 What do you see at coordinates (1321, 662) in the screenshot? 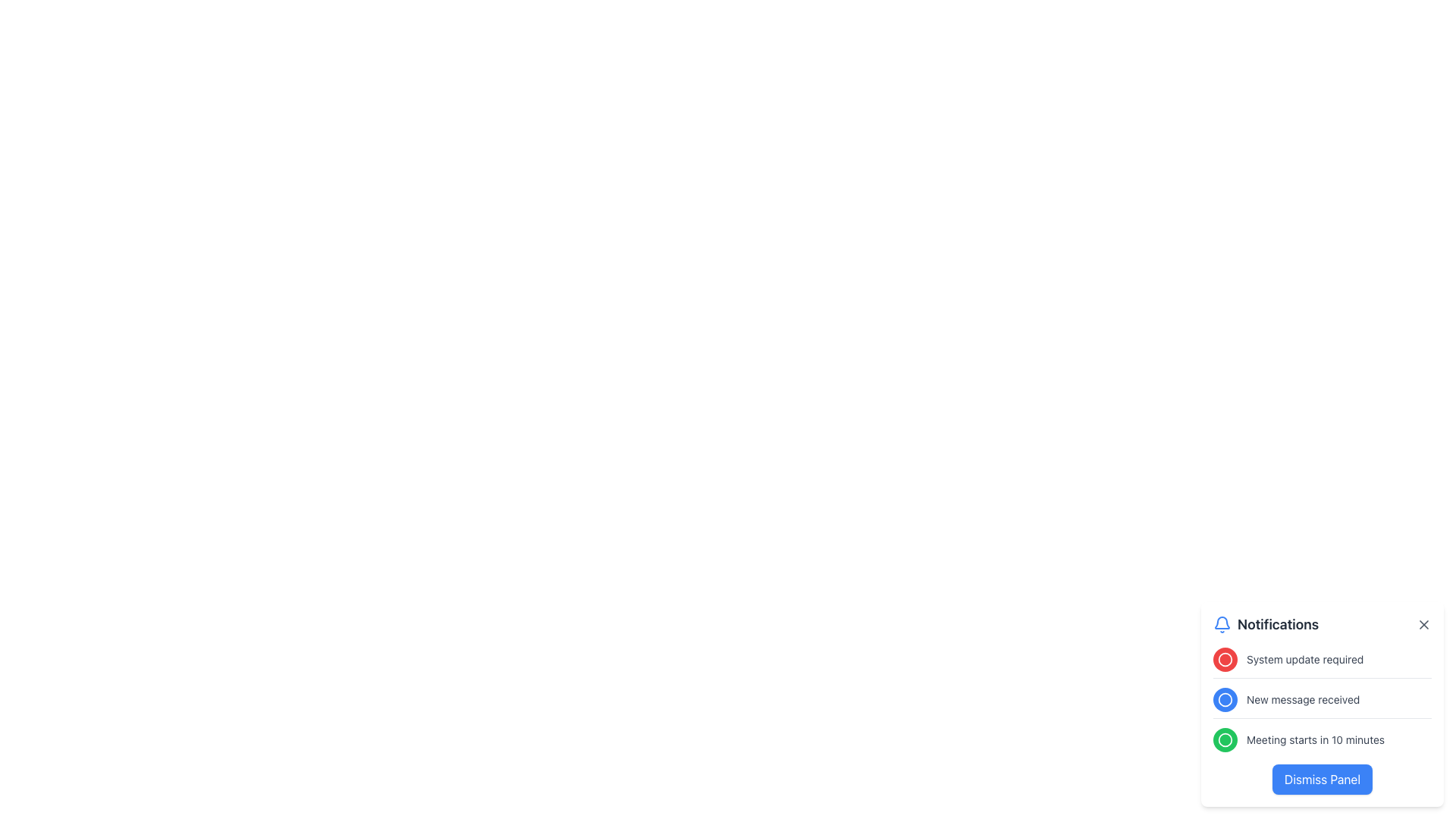
I see `the system update notification, which is the first item in the notification panel located at the top of the vertically stacked list` at bounding box center [1321, 662].